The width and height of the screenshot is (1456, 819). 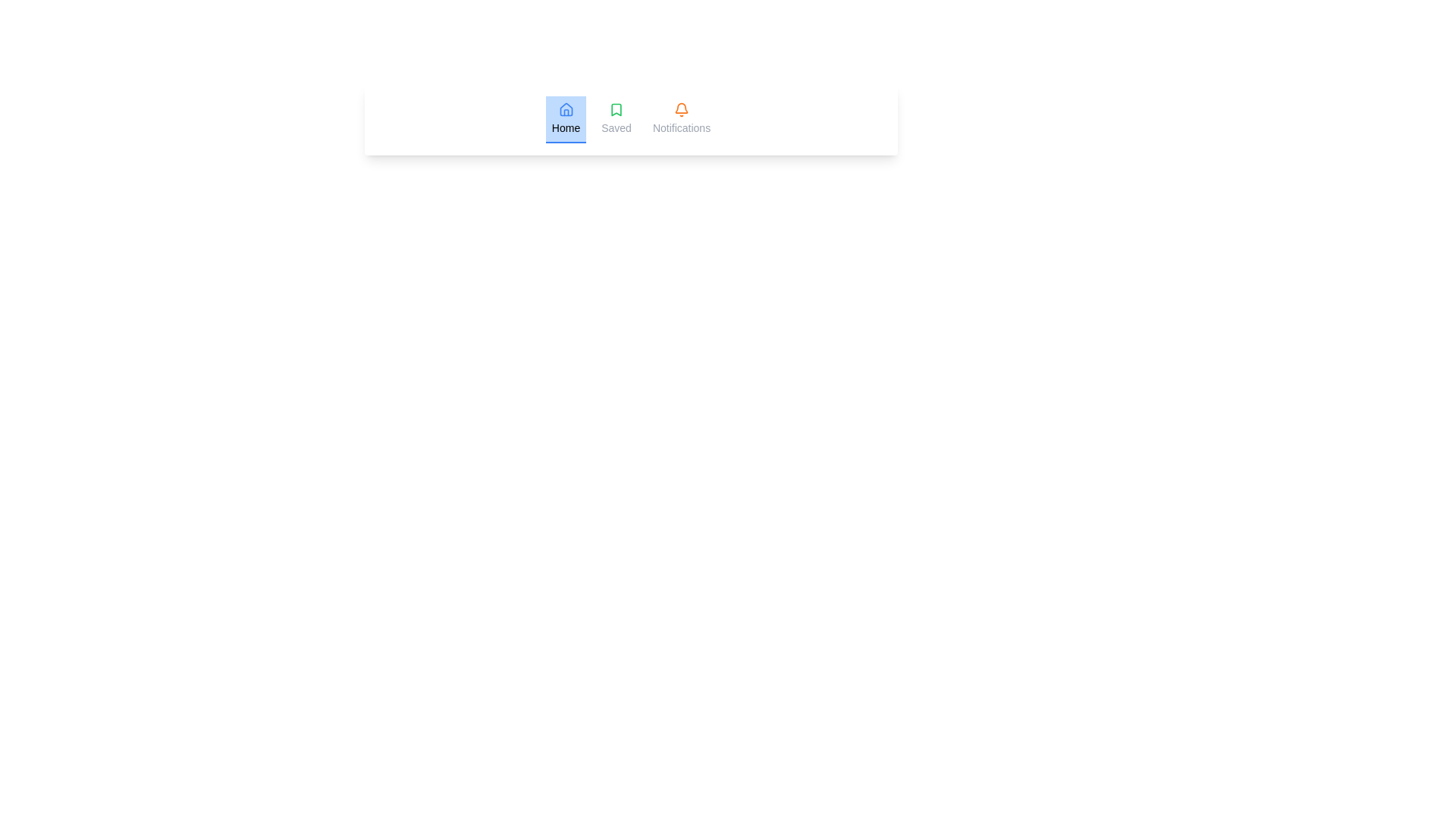 What do you see at coordinates (680, 119) in the screenshot?
I see `the category Notifications by clicking on its name or icon` at bounding box center [680, 119].